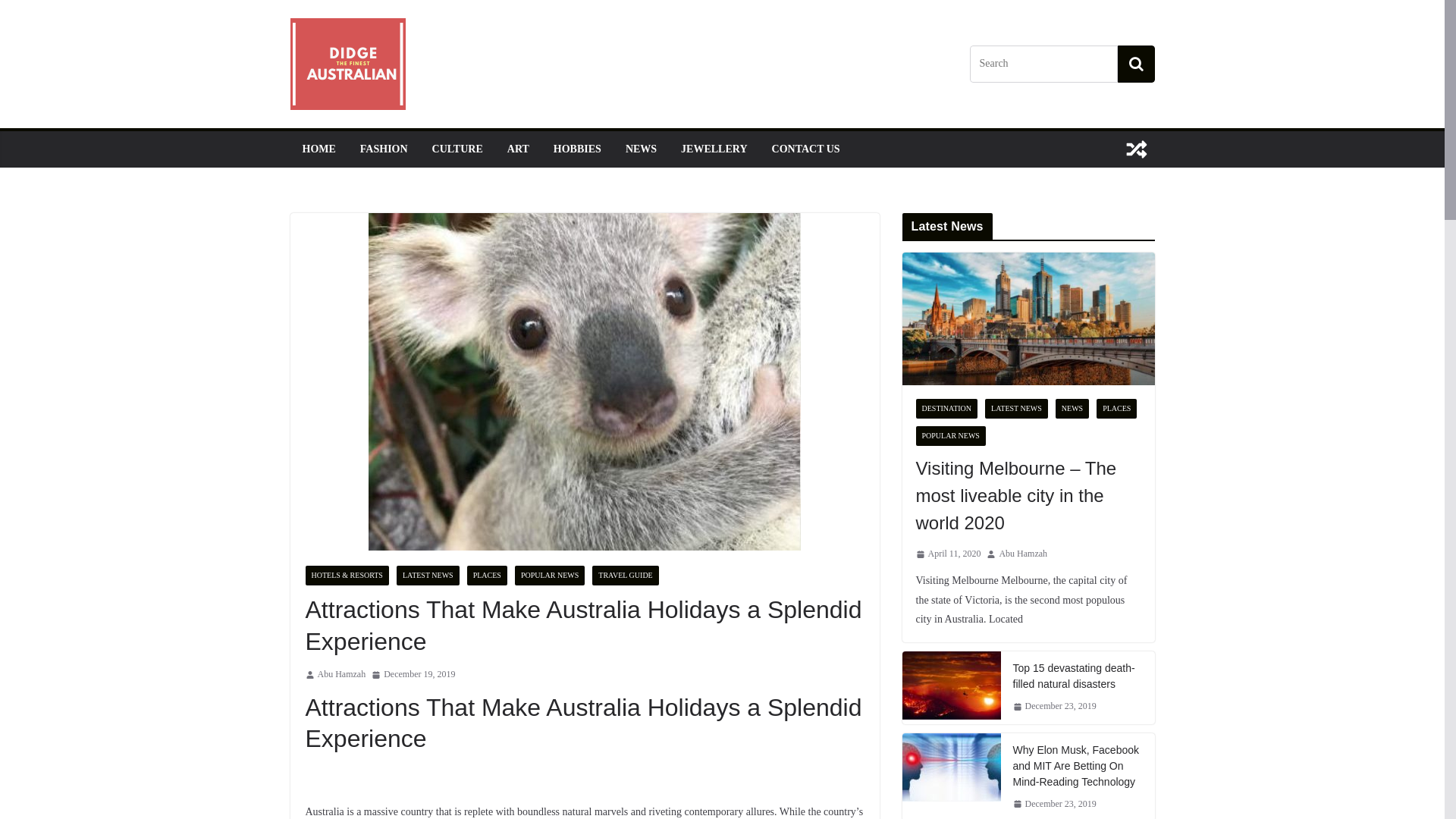  Describe the element at coordinates (950, 687) in the screenshot. I see `'Top 15 devastating death-filled natural disasters'` at that location.